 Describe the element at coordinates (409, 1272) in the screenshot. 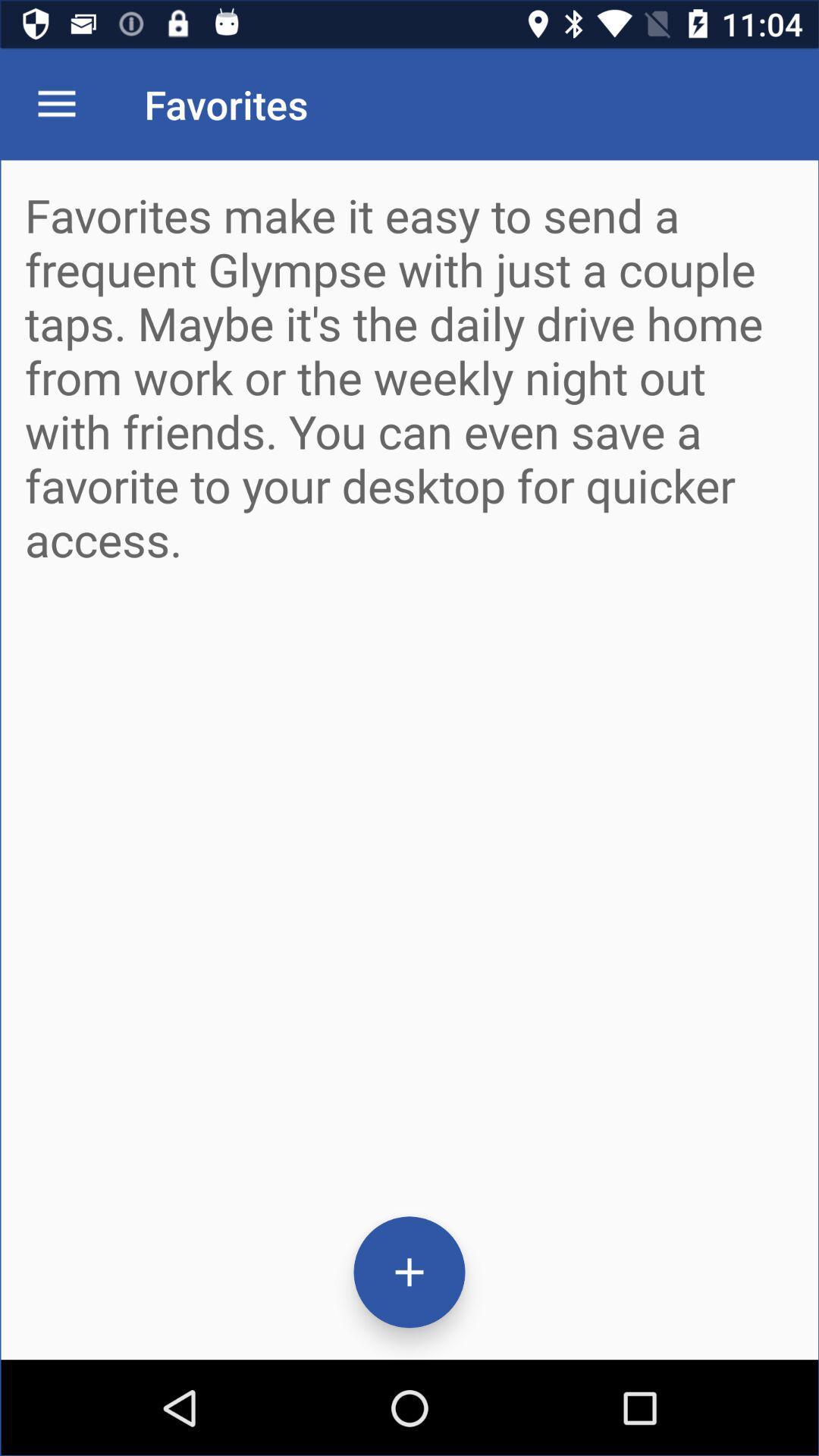

I see `the add icon` at that location.